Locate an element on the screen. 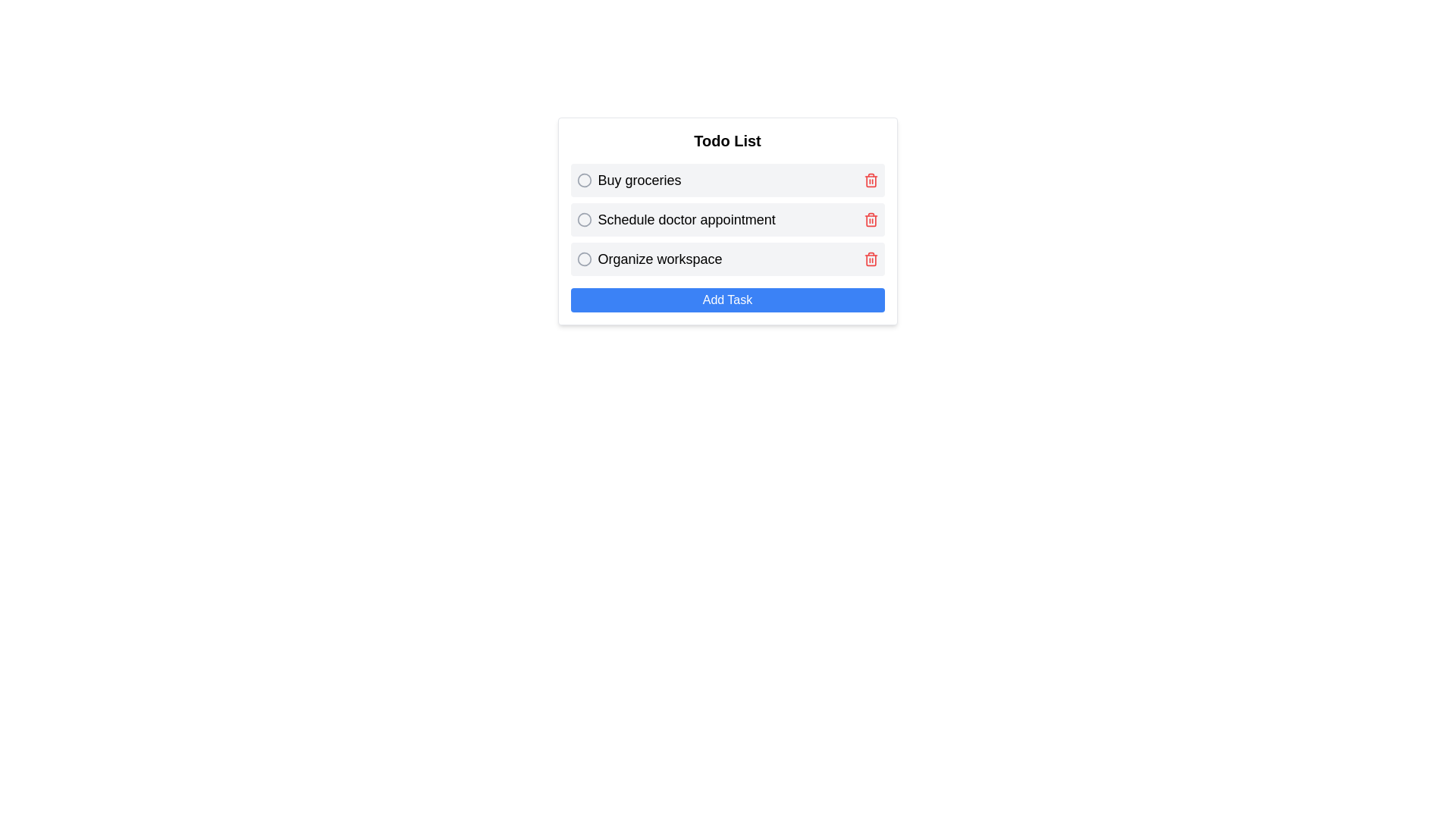 The image size is (1456, 819). the checkbox located to the left of the task text 'Organize workspace' is located at coordinates (583, 259).